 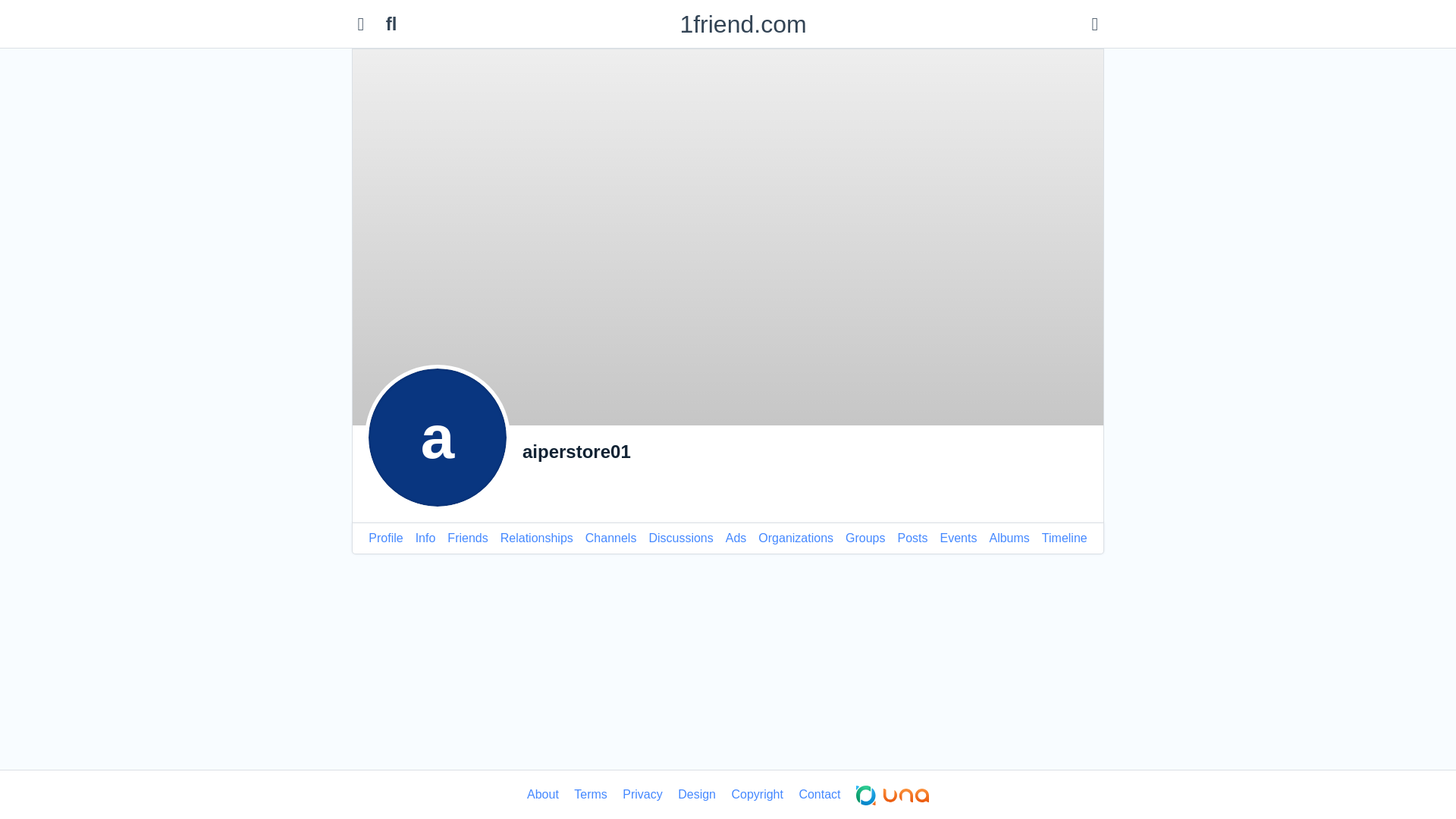 I want to click on 'About', so click(x=542, y=794).